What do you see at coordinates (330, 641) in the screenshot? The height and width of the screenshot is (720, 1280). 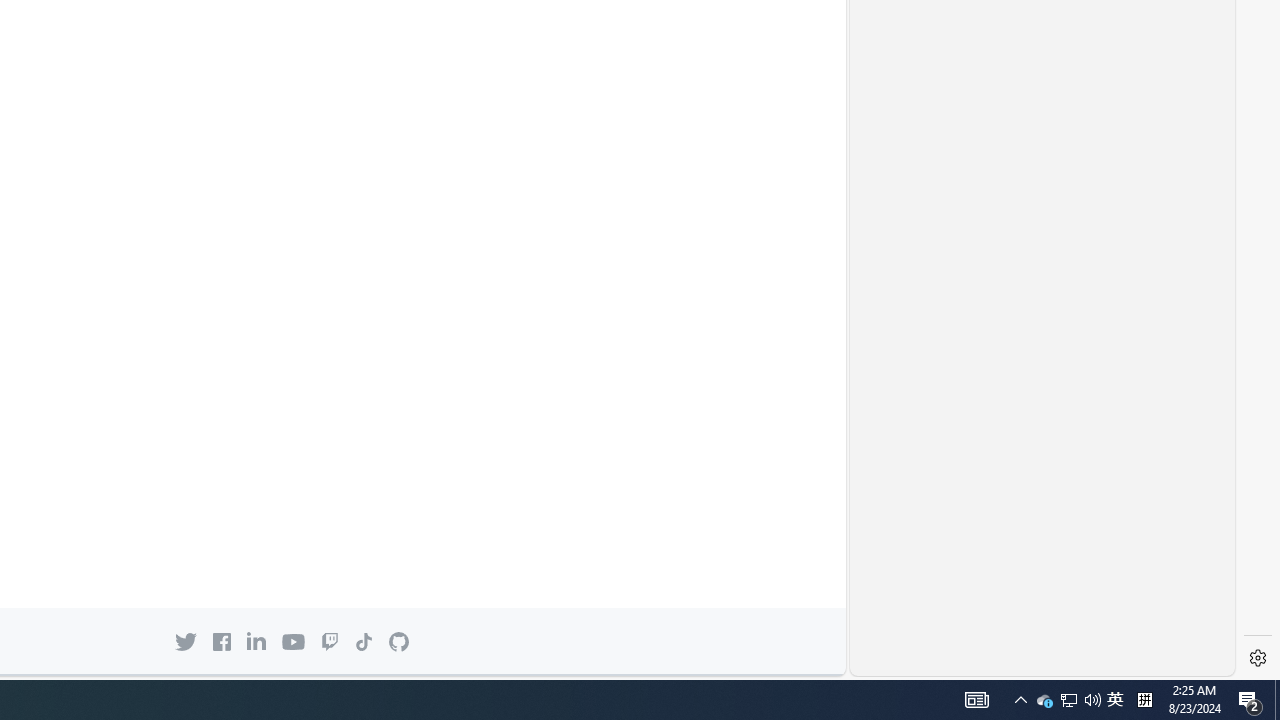 I see `'Twitch icon GitHub on Twitch'` at bounding box center [330, 641].